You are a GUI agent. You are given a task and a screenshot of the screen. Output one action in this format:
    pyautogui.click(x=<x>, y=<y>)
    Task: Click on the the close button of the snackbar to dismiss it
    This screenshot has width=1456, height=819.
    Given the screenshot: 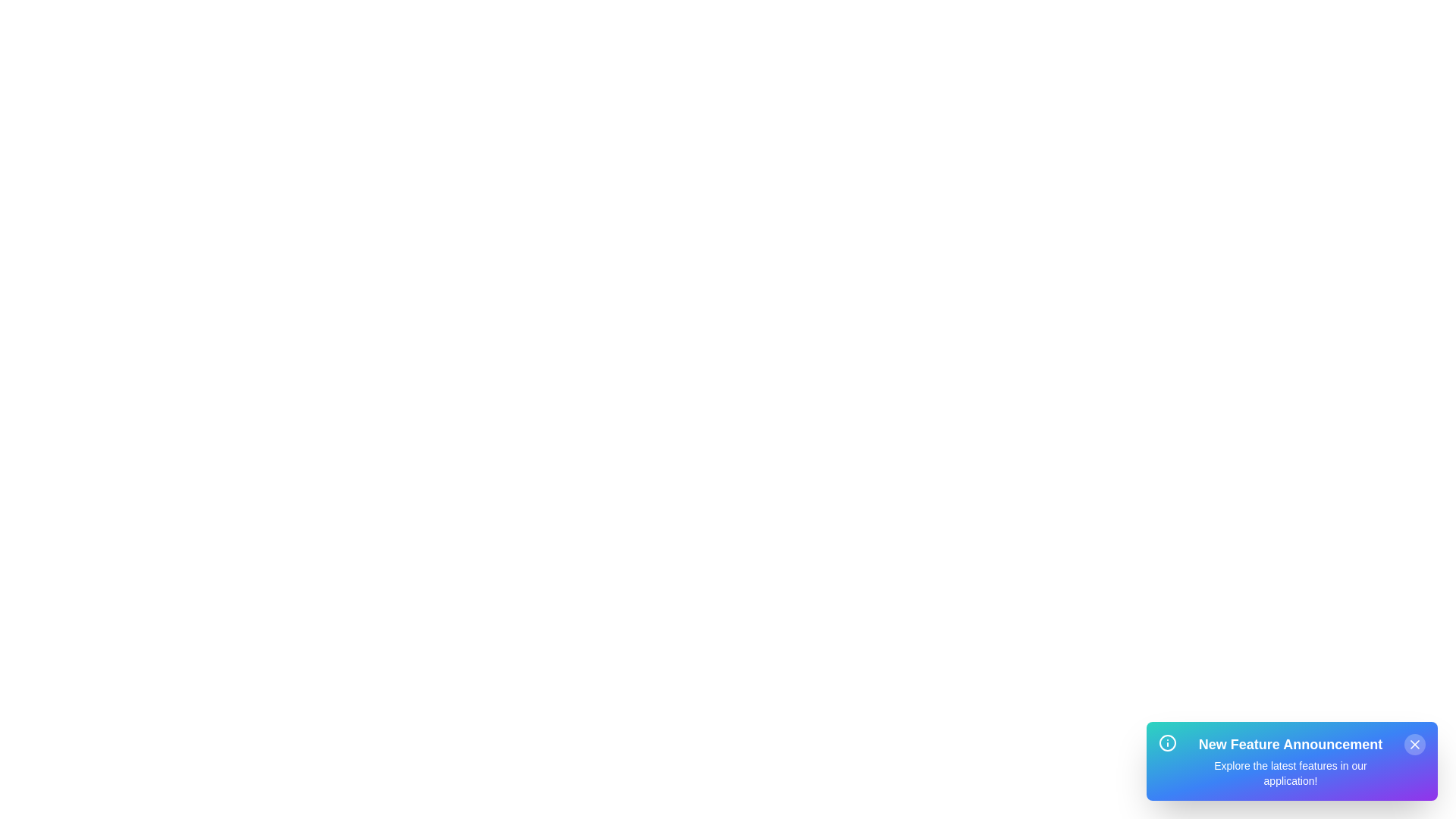 What is the action you would take?
    pyautogui.click(x=1414, y=744)
    